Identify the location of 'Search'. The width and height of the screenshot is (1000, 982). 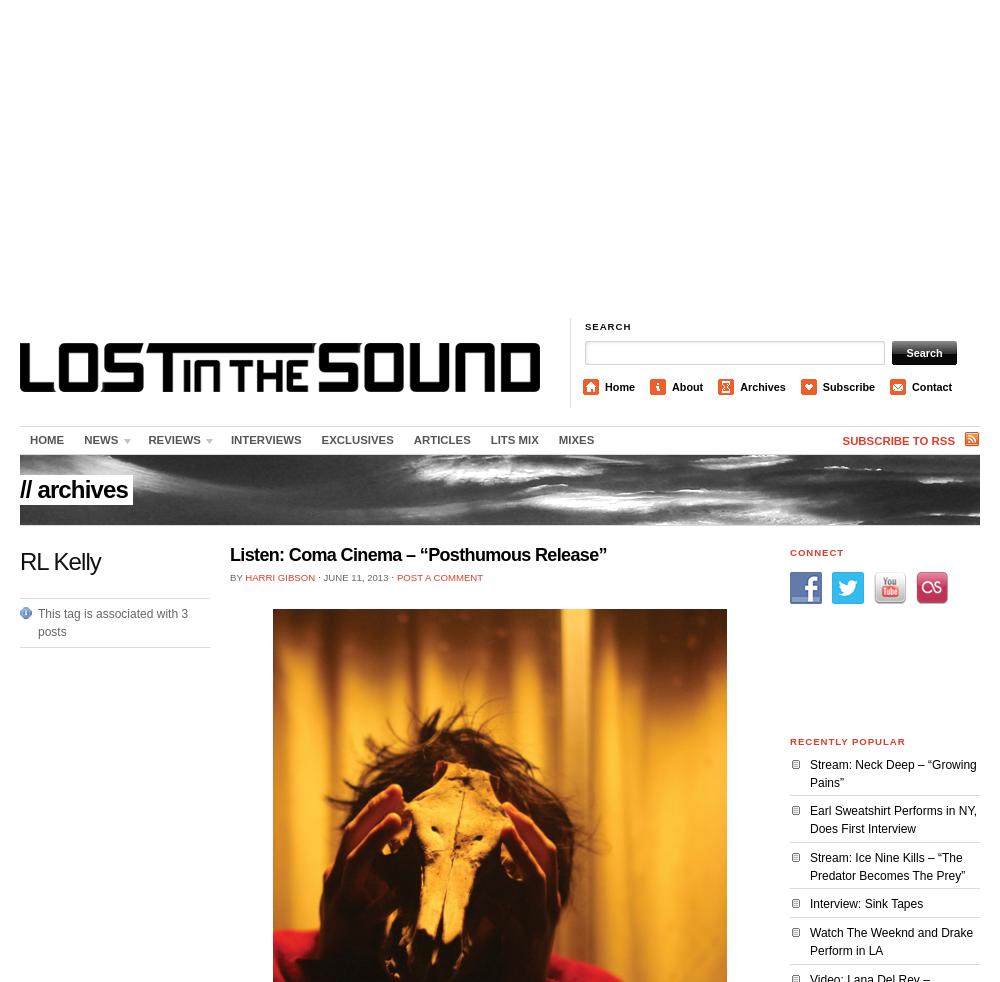
(584, 326).